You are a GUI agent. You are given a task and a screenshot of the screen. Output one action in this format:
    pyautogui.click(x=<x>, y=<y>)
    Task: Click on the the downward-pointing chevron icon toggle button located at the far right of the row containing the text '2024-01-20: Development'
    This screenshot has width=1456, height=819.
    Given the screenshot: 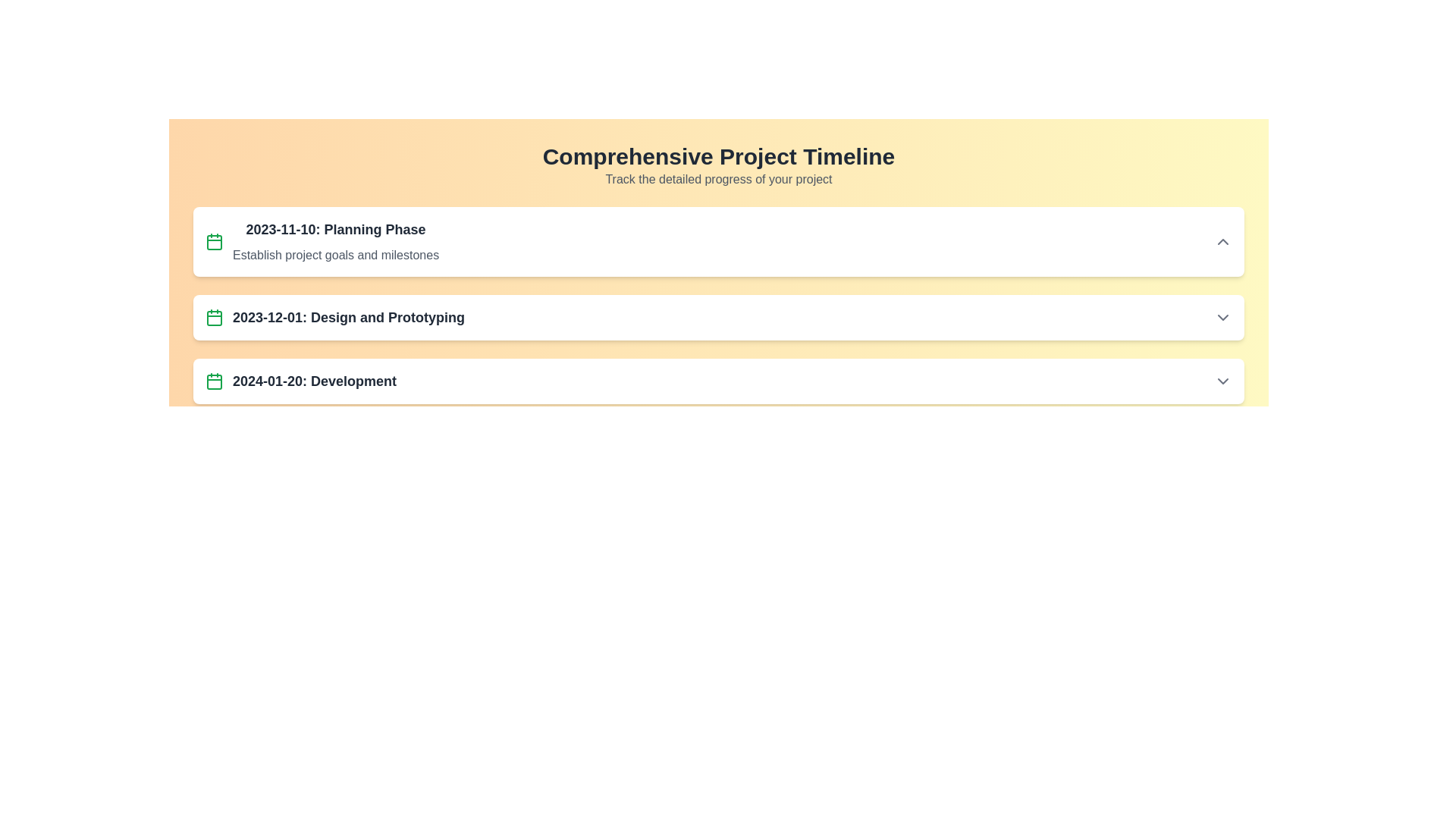 What is the action you would take?
    pyautogui.click(x=1222, y=380)
    